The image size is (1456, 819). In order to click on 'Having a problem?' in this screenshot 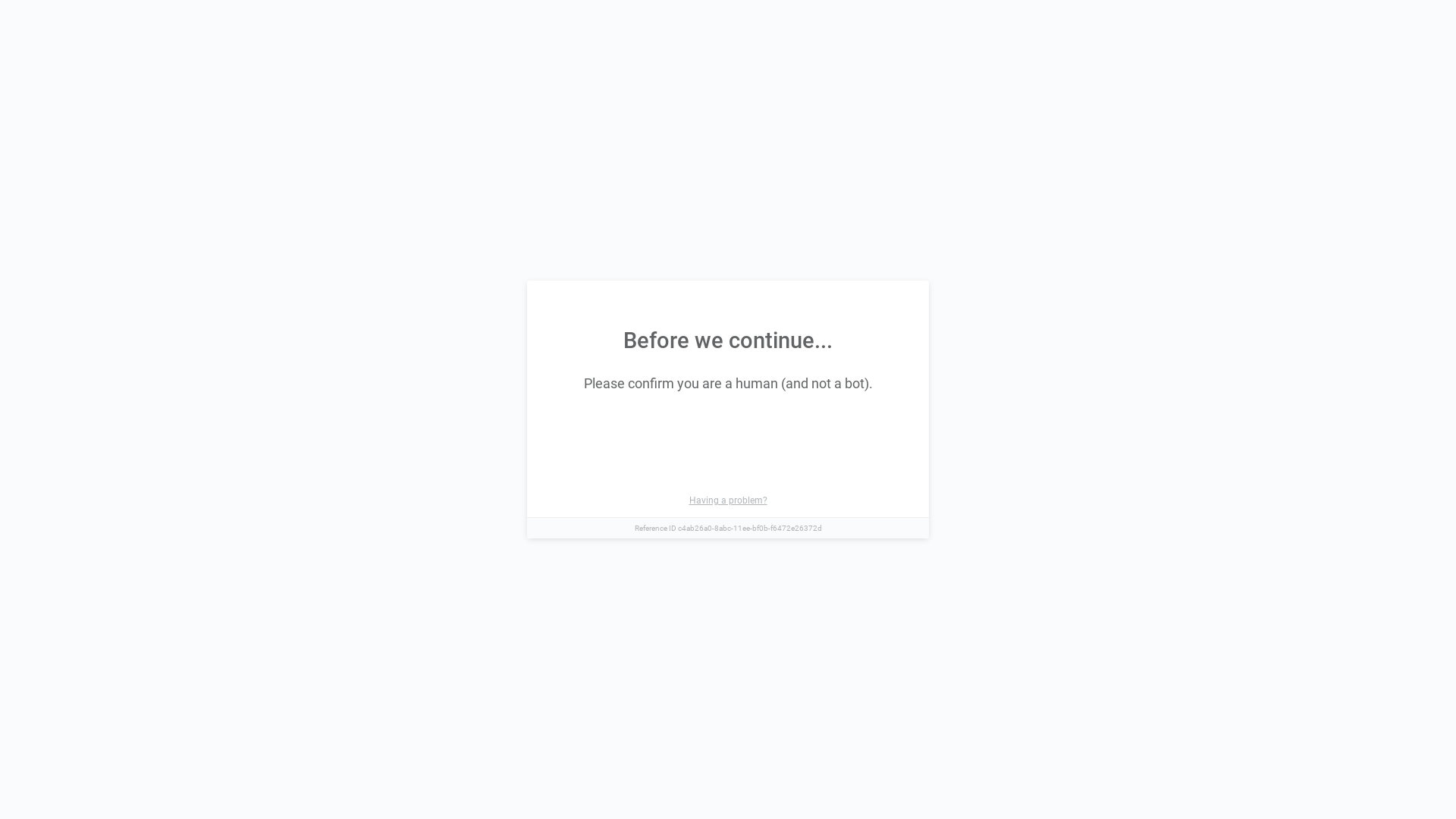, I will do `click(726, 500)`.